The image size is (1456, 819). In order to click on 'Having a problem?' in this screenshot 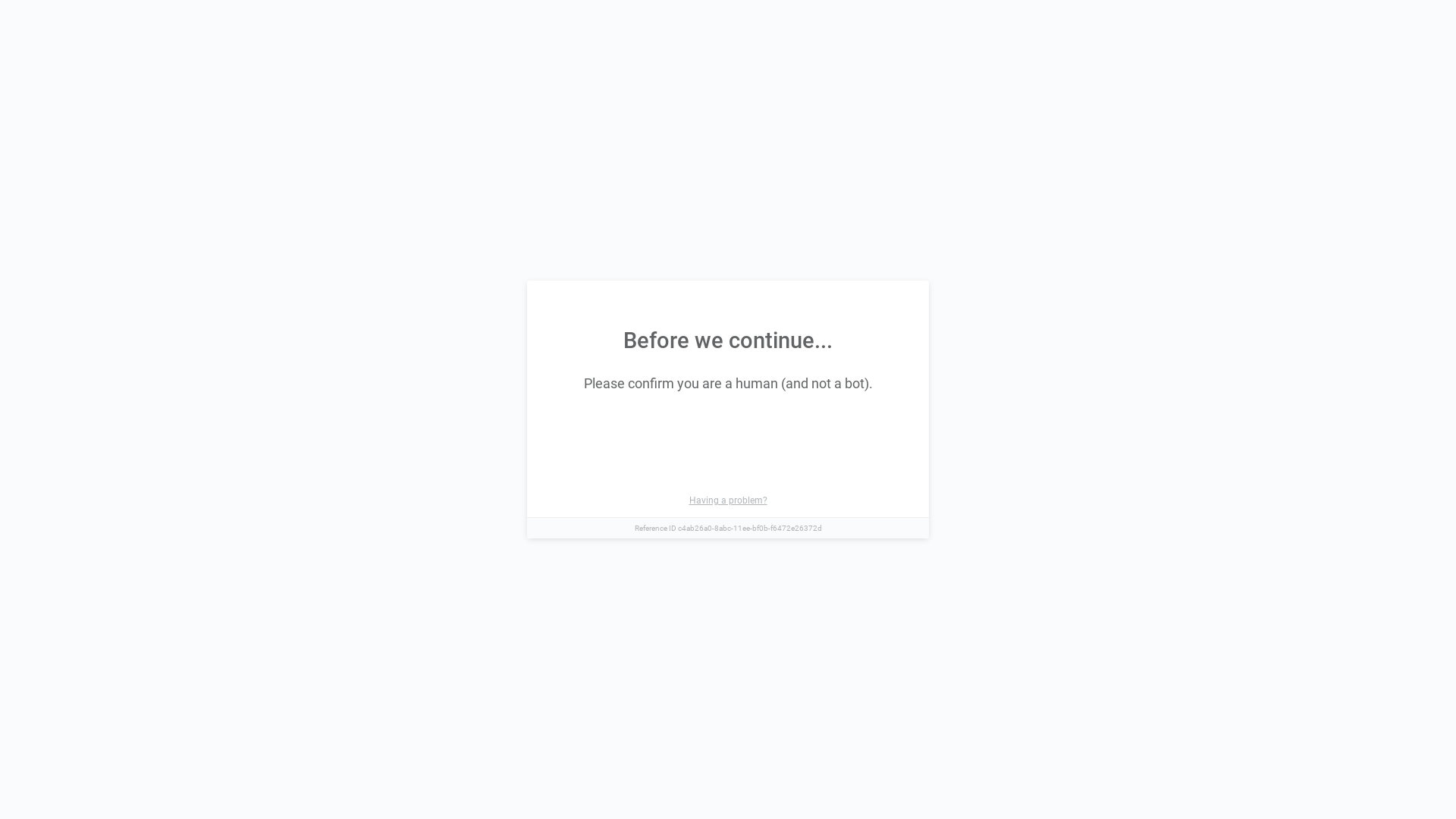, I will do `click(726, 500)`.